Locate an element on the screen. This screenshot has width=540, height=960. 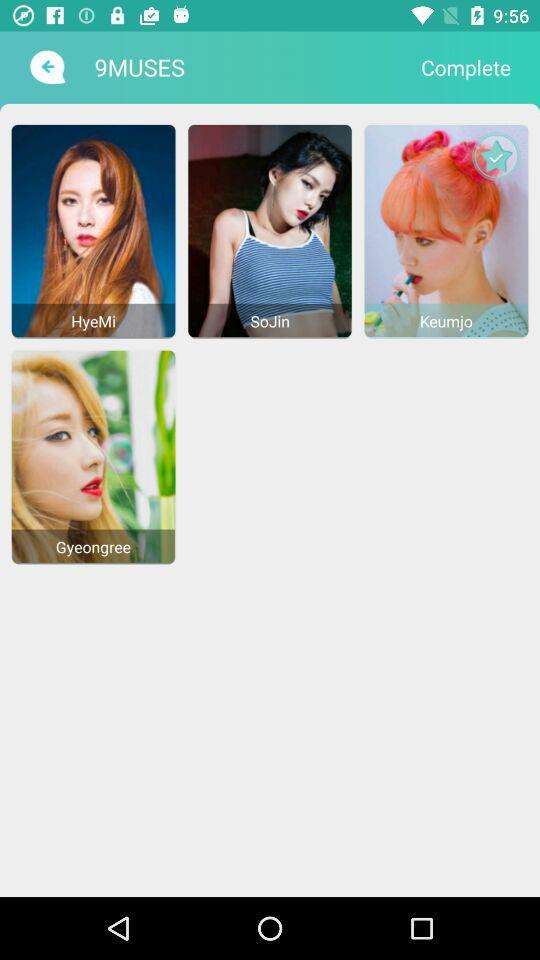
icon to the left of the 9muses icon is located at coordinates (45, 67).